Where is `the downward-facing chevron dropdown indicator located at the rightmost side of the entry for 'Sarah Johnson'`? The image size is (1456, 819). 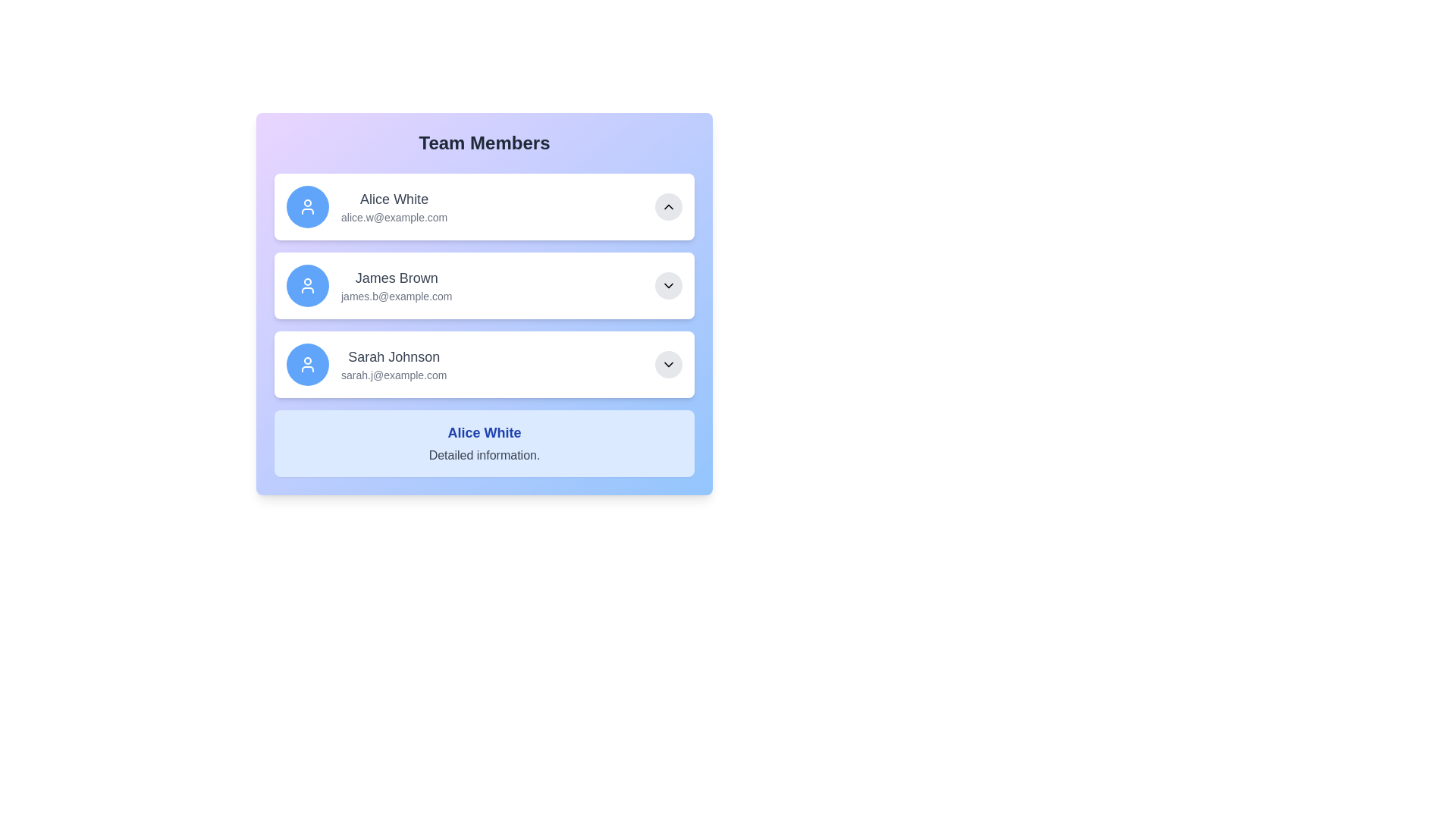 the downward-facing chevron dropdown indicator located at the rightmost side of the entry for 'Sarah Johnson' is located at coordinates (668, 365).